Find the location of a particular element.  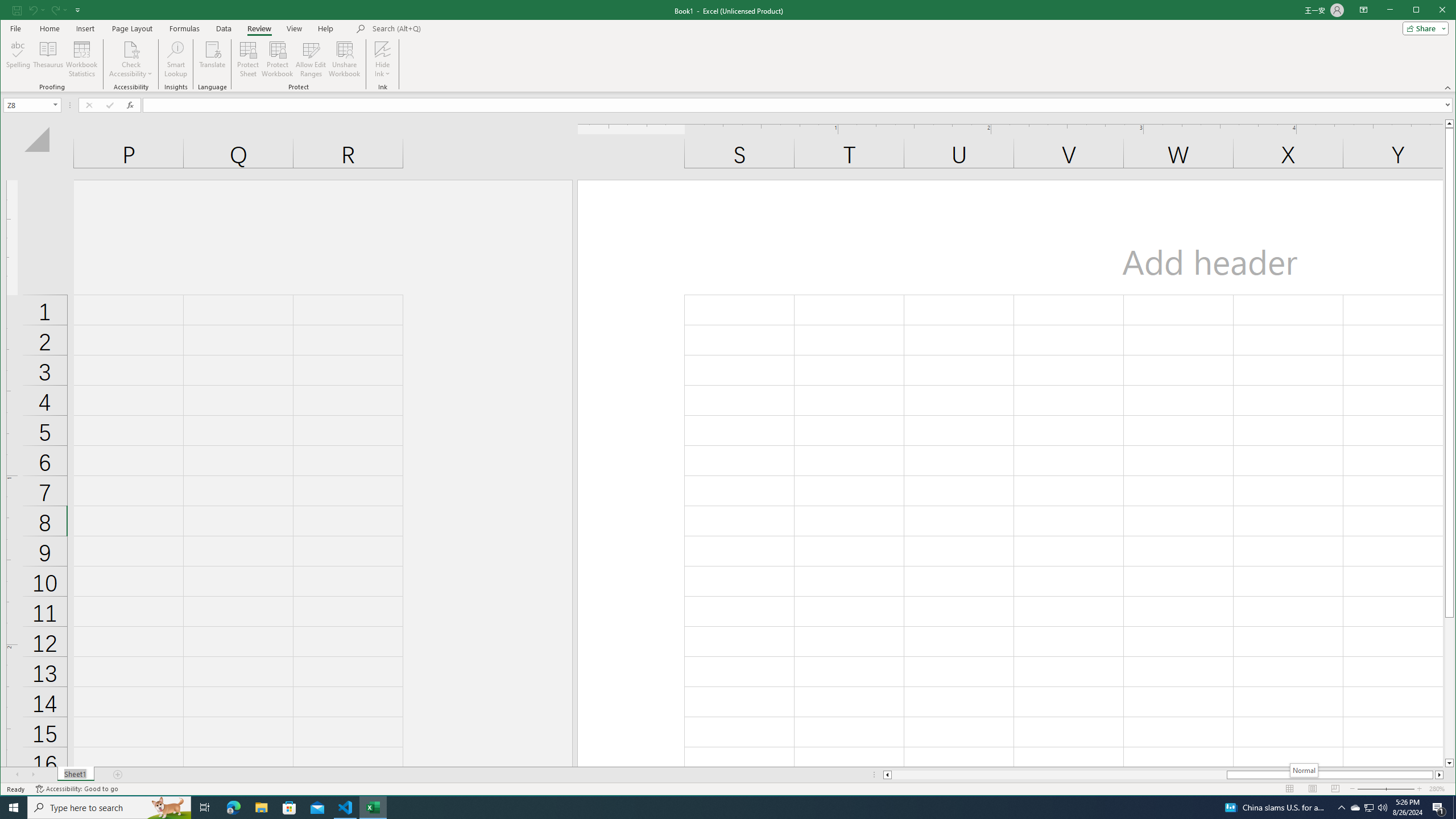

'Spelling...' is located at coordinates (18, 59).